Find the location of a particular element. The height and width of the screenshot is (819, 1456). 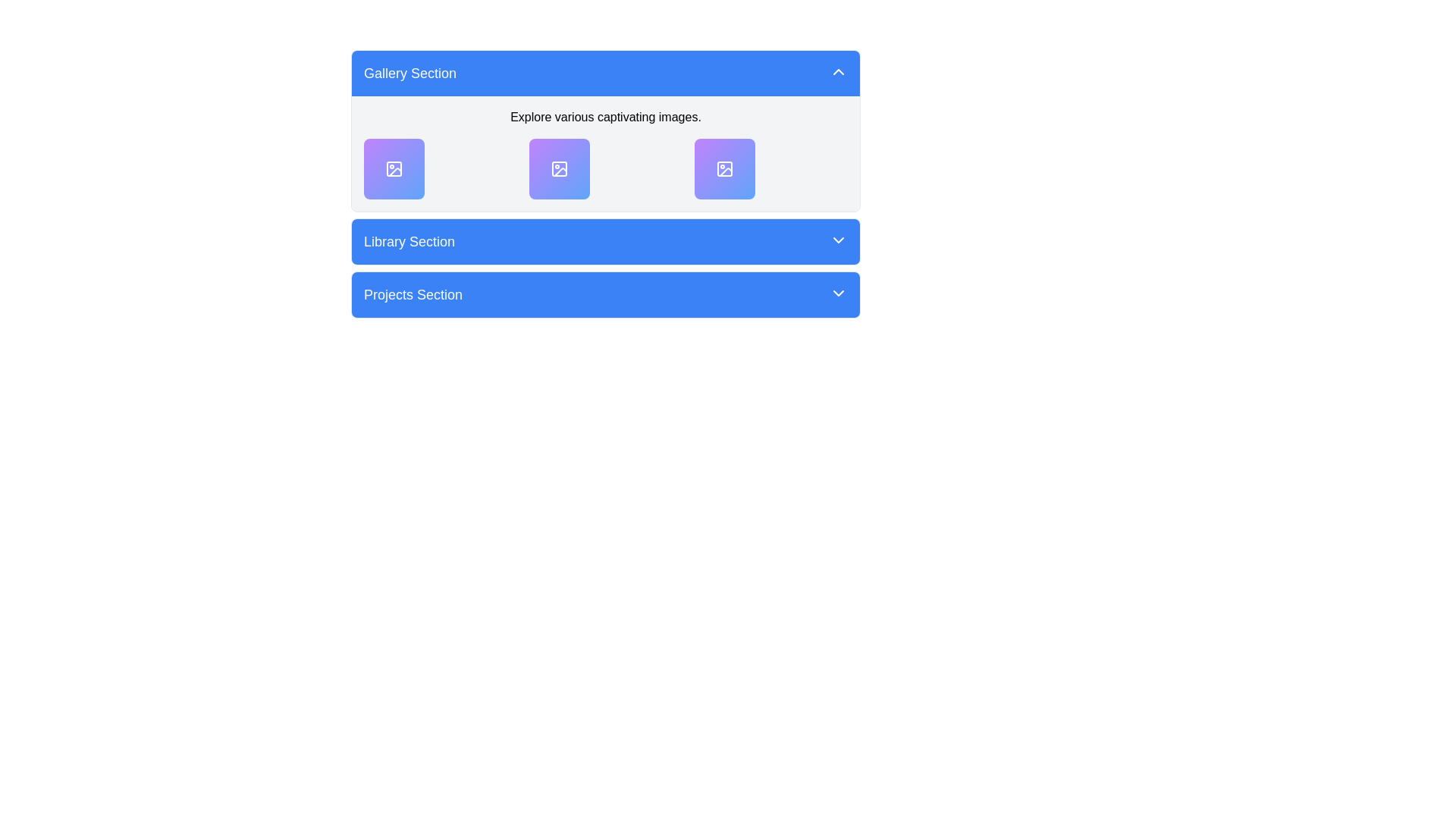

the 'Projects Section' button is located at coordinates (604, 295).